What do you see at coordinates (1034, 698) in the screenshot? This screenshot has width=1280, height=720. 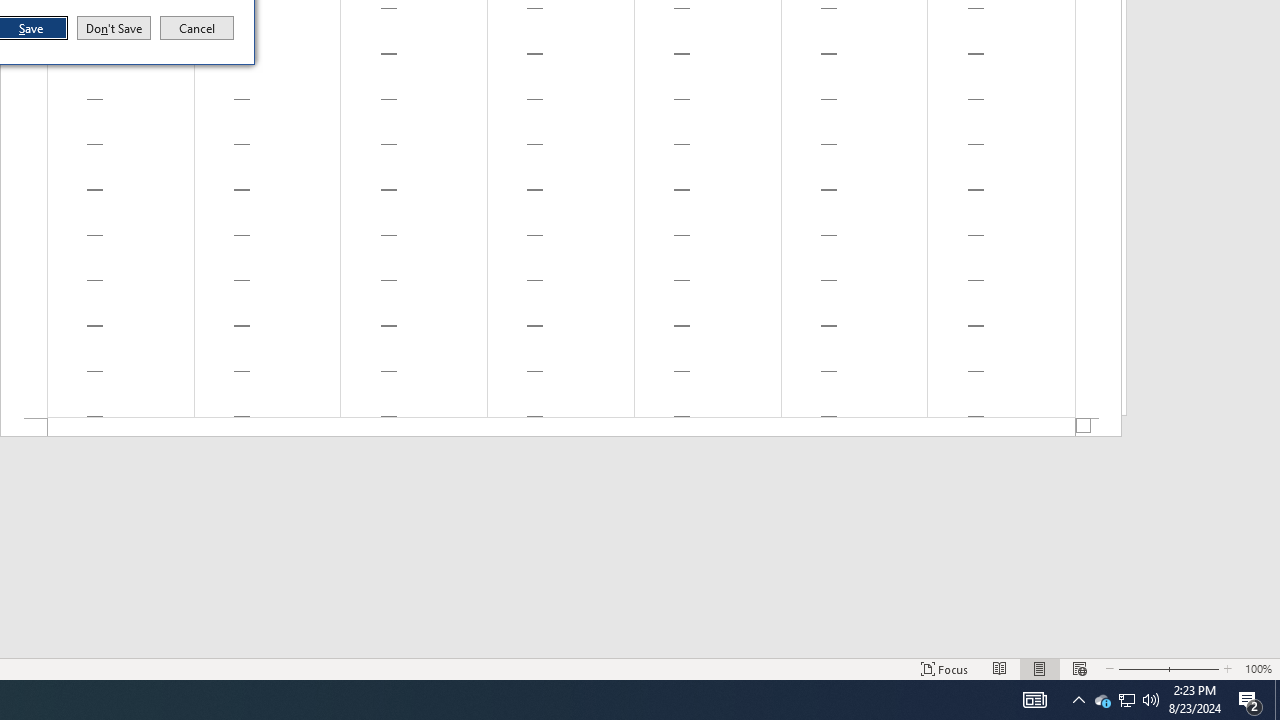 I see `'AutomationID: 4105'` at bounding box center [1034, 698].